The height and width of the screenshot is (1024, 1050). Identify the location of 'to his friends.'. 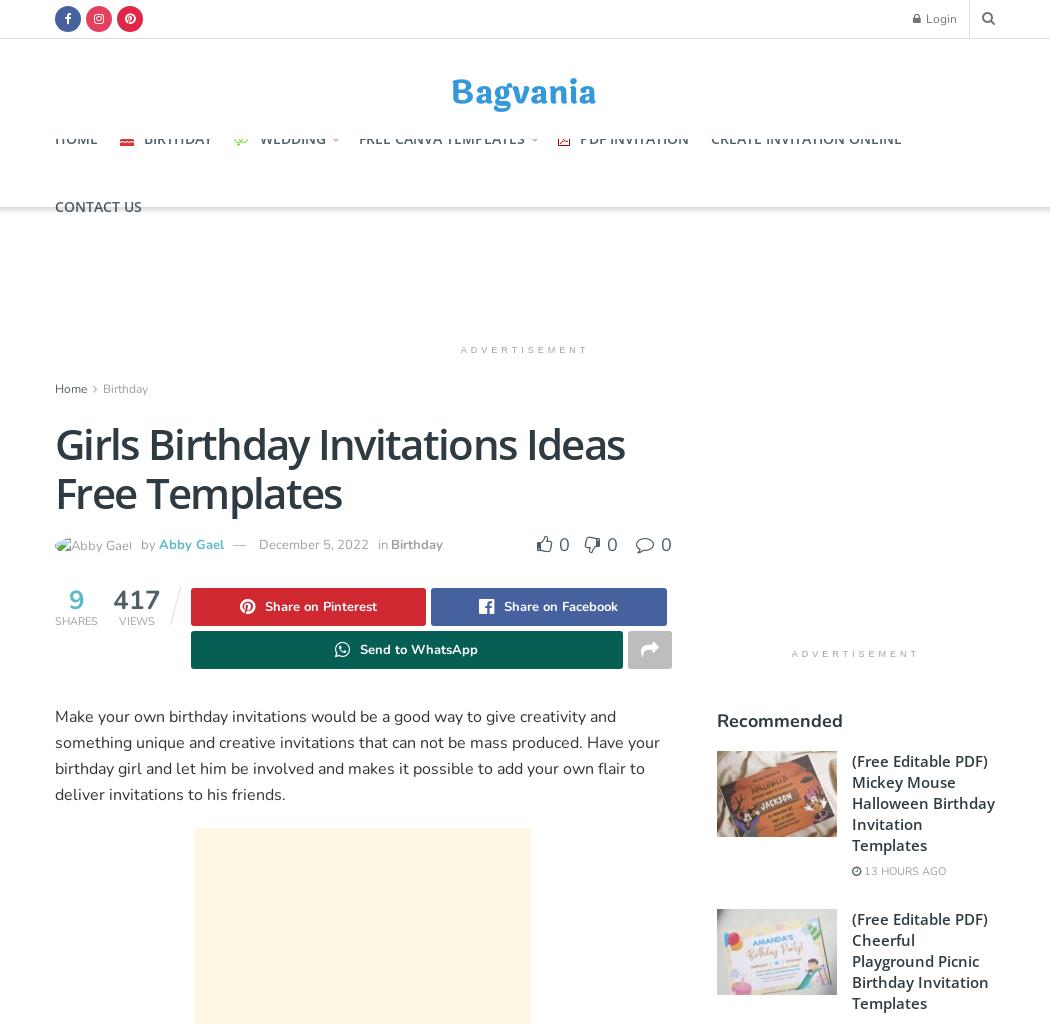
(236, 795).